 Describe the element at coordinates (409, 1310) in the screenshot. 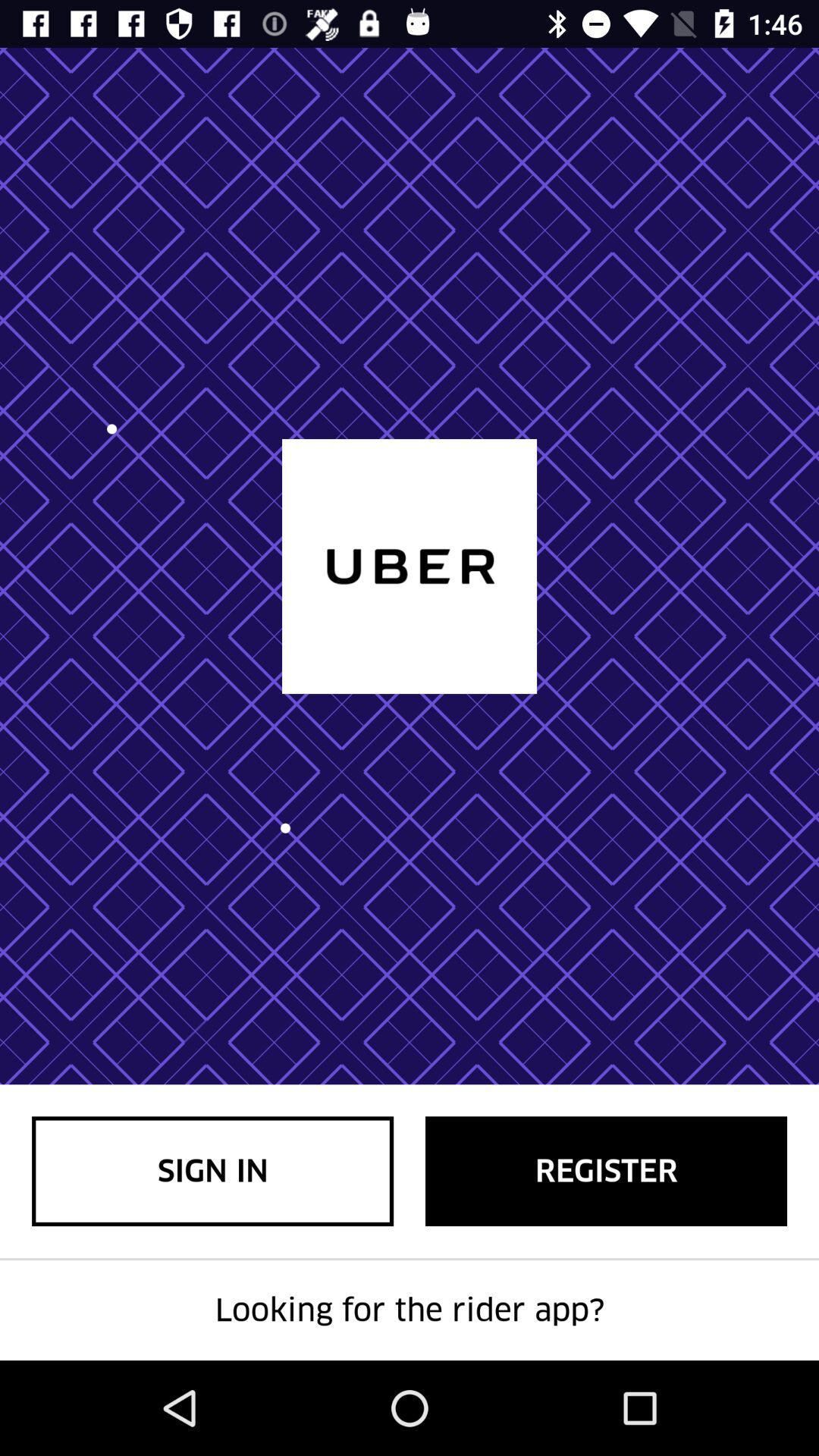

I see `looking for the item` at that location.